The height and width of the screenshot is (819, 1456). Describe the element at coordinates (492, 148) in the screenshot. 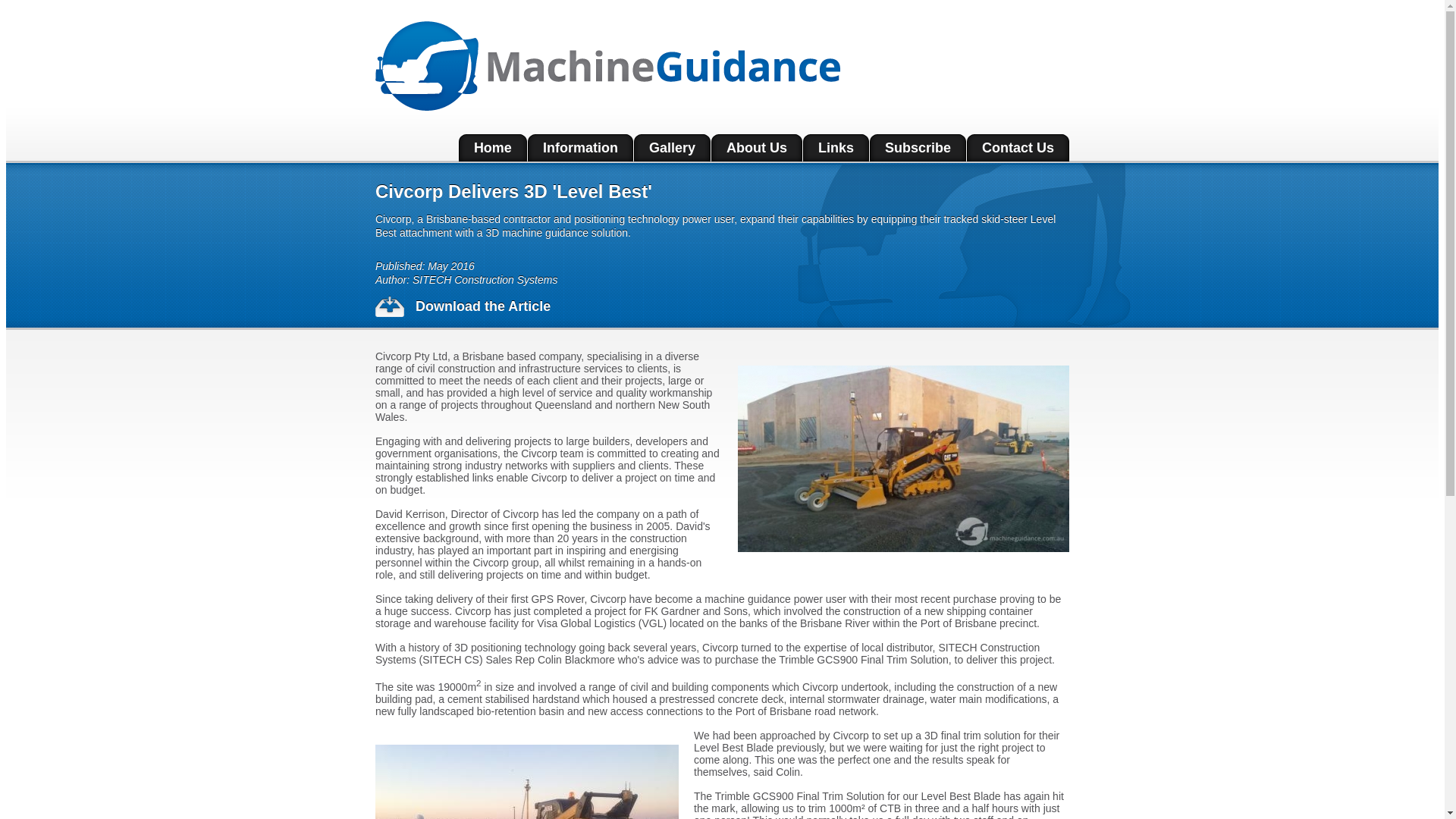

I see `'Home'` at that location.